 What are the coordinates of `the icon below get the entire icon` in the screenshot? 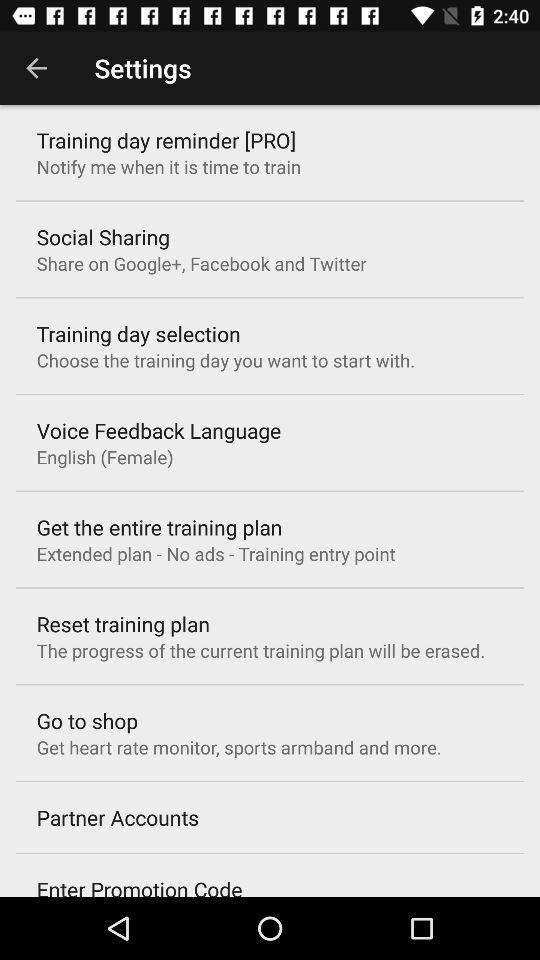 It's located at (215, 553).